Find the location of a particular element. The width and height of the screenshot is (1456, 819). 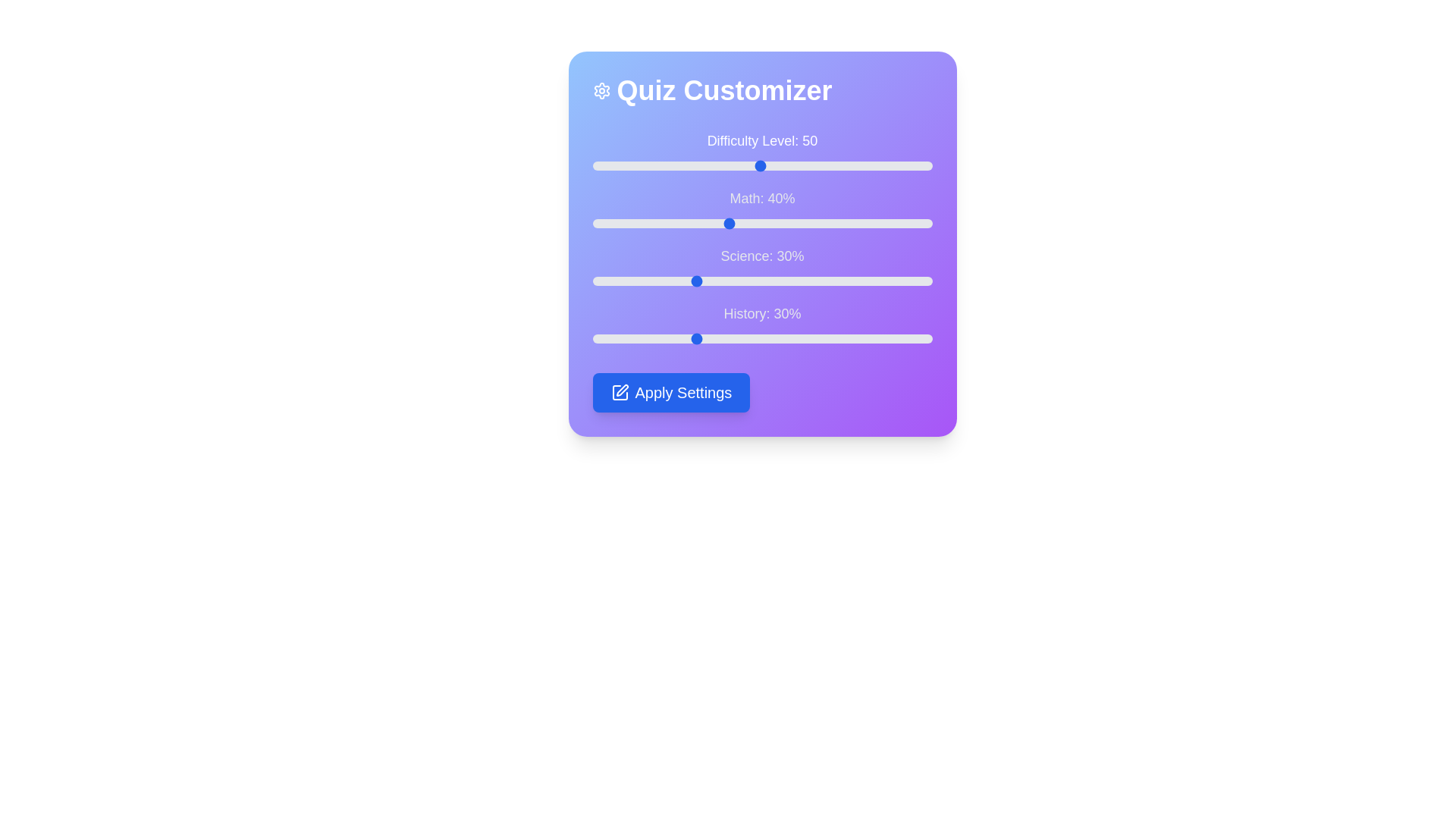

the difficulty level slider to 63 is located at coordinates (805, 166).